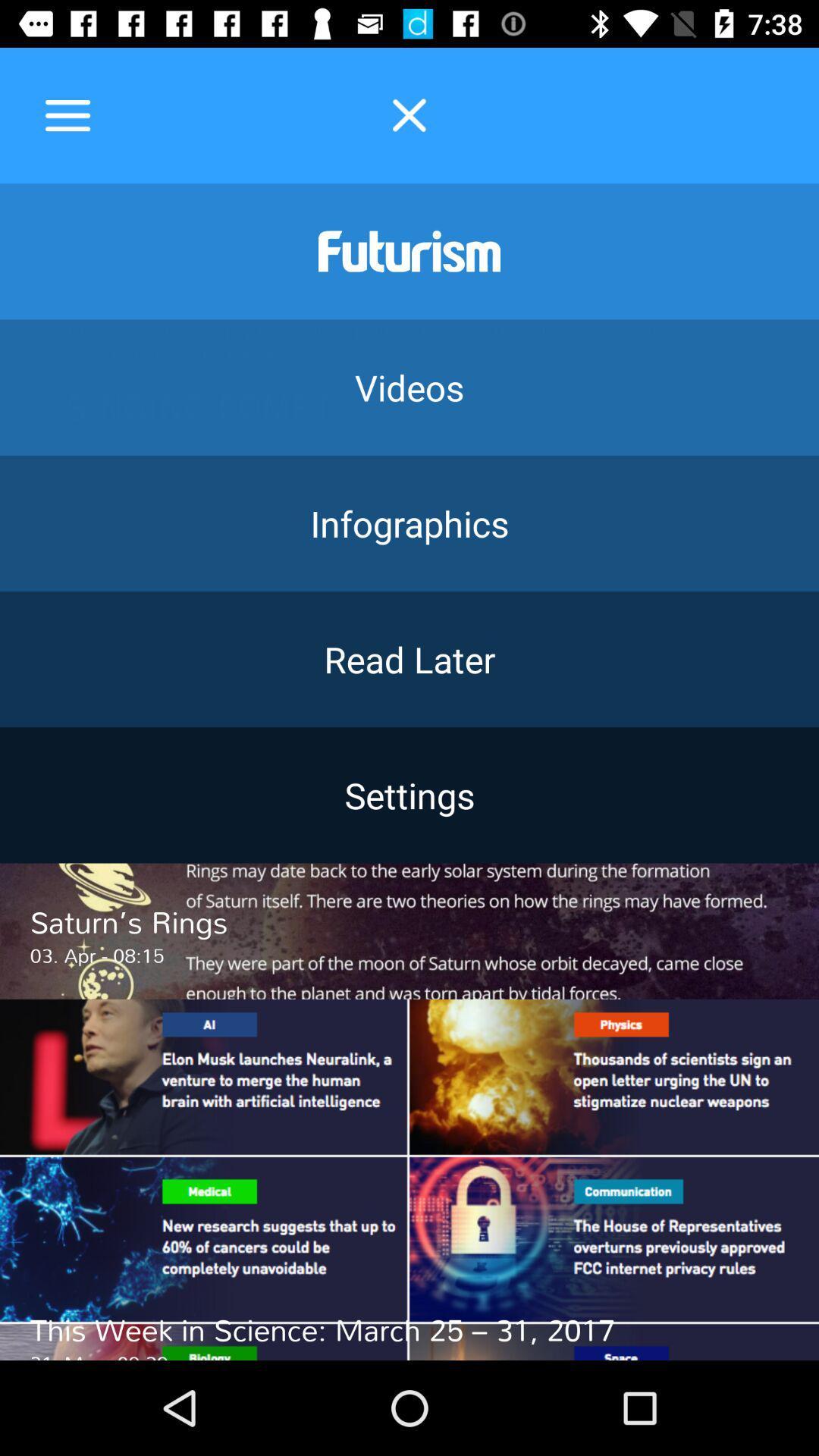  Describe the element at coordinates (67, 115) in the screenshot. I see `the menu icon` at that location.